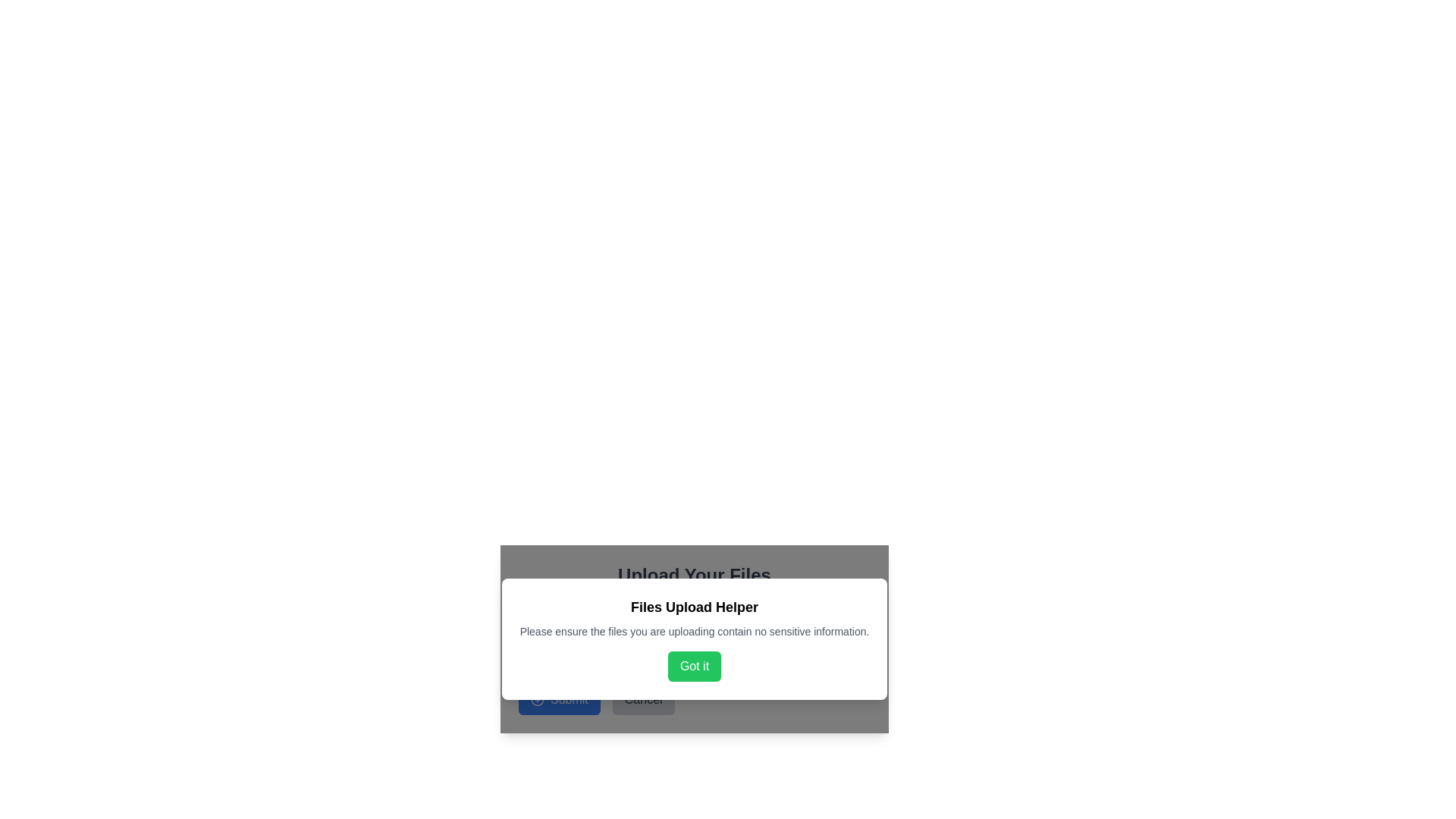 The width and height of the screenshot is (1456, 819). Describe the element at coordinates (694, 651) in the screenshot. I see `message from the static text element that says 'Drag & drop files here or click to select', which is located within a dashed light gray bordered area at the bottom of the file upload interaction zone` at that location.